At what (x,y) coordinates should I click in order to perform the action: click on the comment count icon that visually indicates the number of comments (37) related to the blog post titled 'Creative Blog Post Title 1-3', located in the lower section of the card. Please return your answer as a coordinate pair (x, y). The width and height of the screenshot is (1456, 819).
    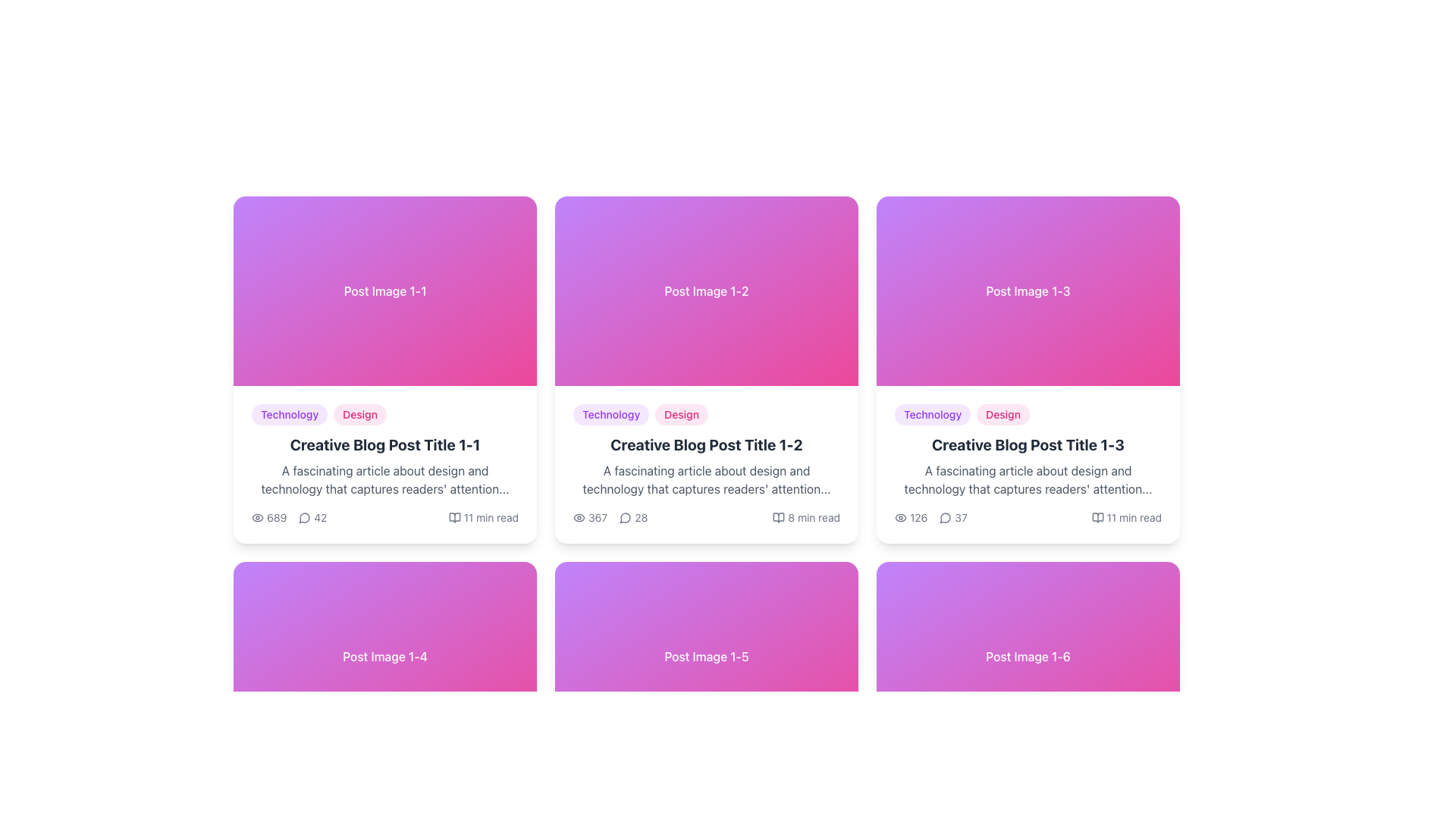
    Looking at the image, I should click on (945, 516).